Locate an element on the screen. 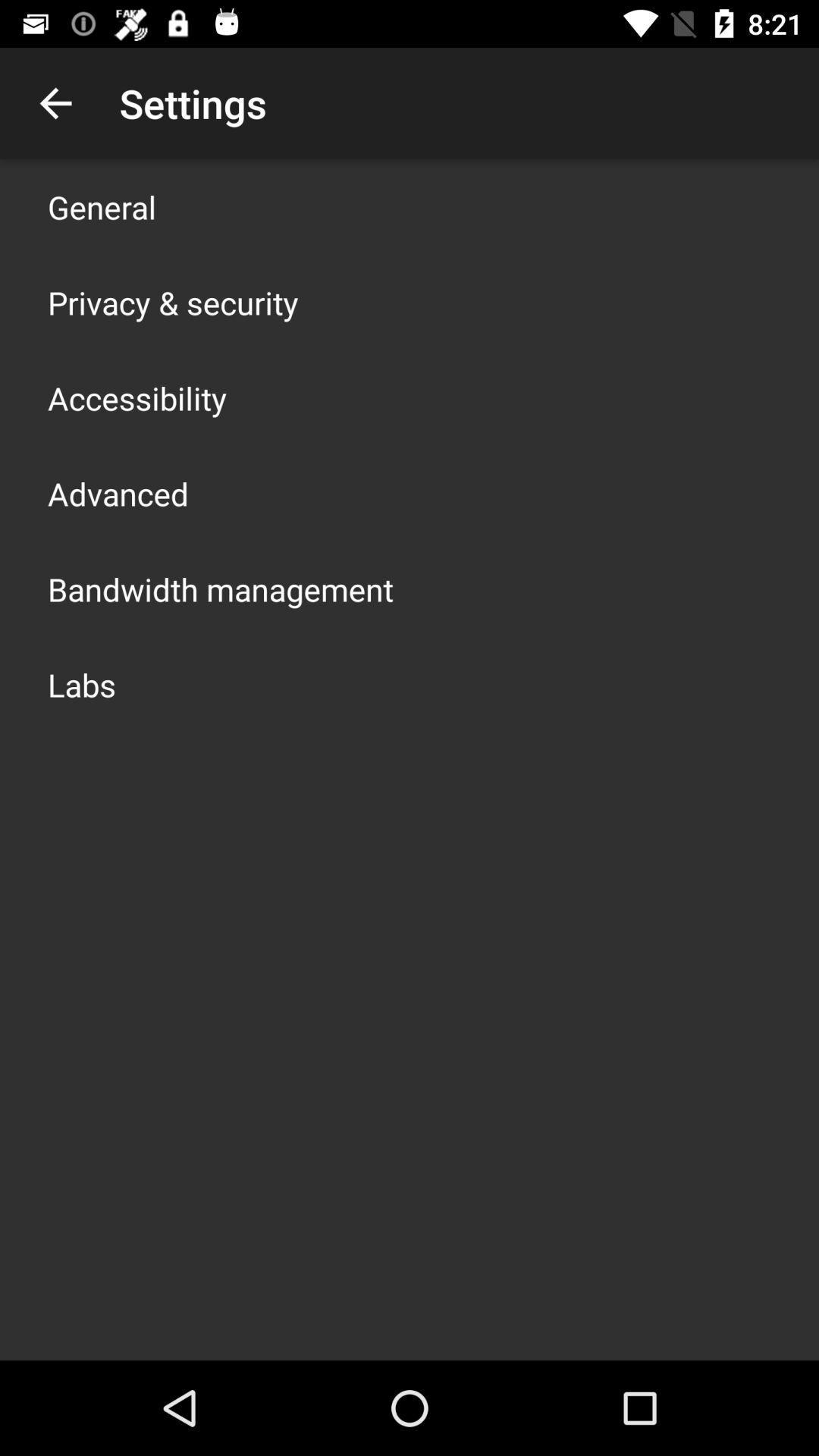  the general icon is located at coordinates (102, 206).